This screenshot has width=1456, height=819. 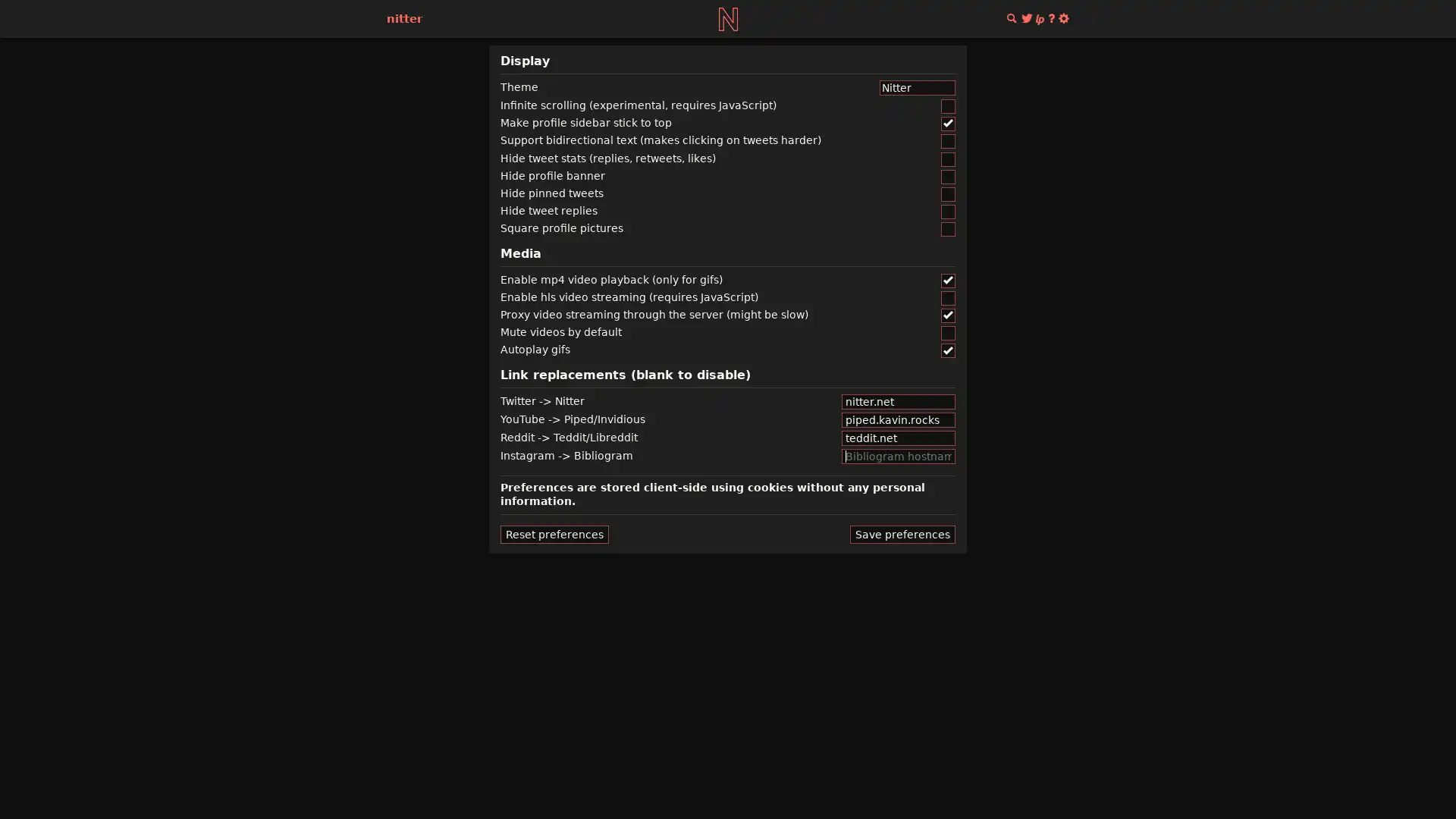 What do you see at coordinates (902, 533) in the screenshot?
I see `Save preferences` at bounding box center [902, 533].